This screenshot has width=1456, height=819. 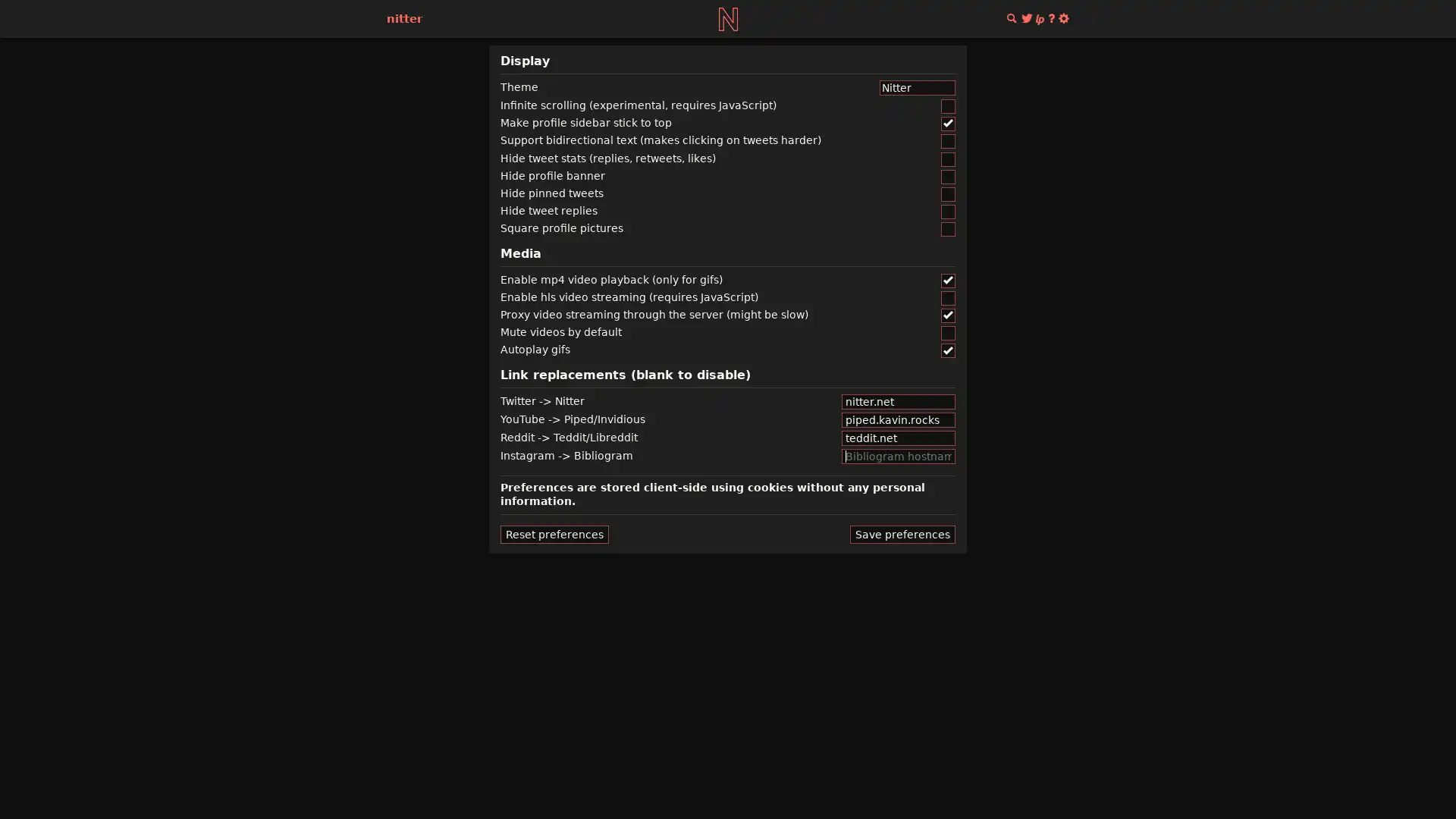 What do you see at coordinates (902, 533) in the screenshot?
I see `Save preferences` at bounding box center [902, 533].